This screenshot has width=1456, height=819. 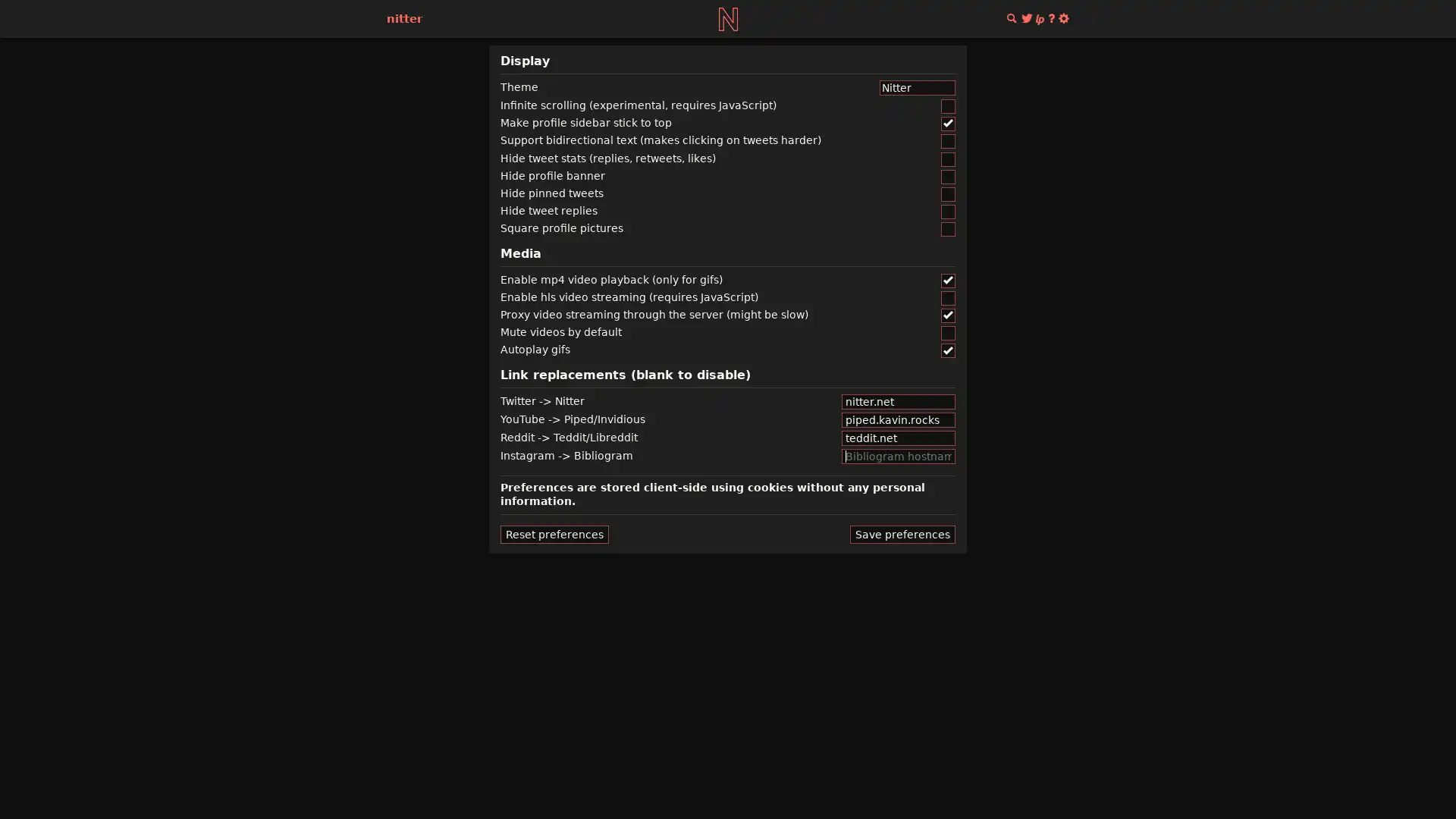 What do you see at coordinates (902, 533) in the screenshot?
I see `Save preferences` at bounding box center [902, 533].